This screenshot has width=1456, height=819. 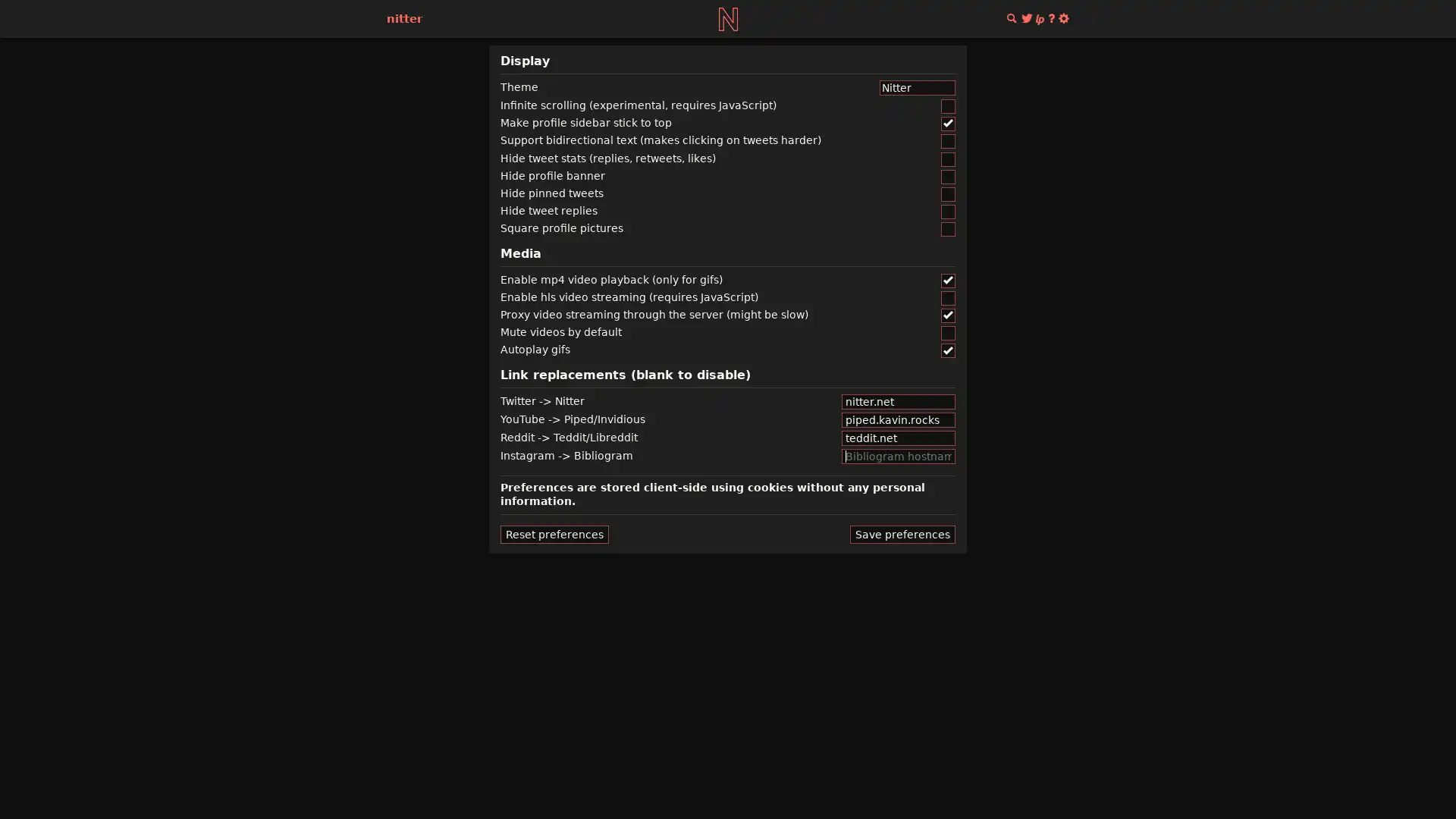 What do you see at coordinates (902, 533) in the screenshot?
I see `Save preferences` at bounding box center [902, 533].